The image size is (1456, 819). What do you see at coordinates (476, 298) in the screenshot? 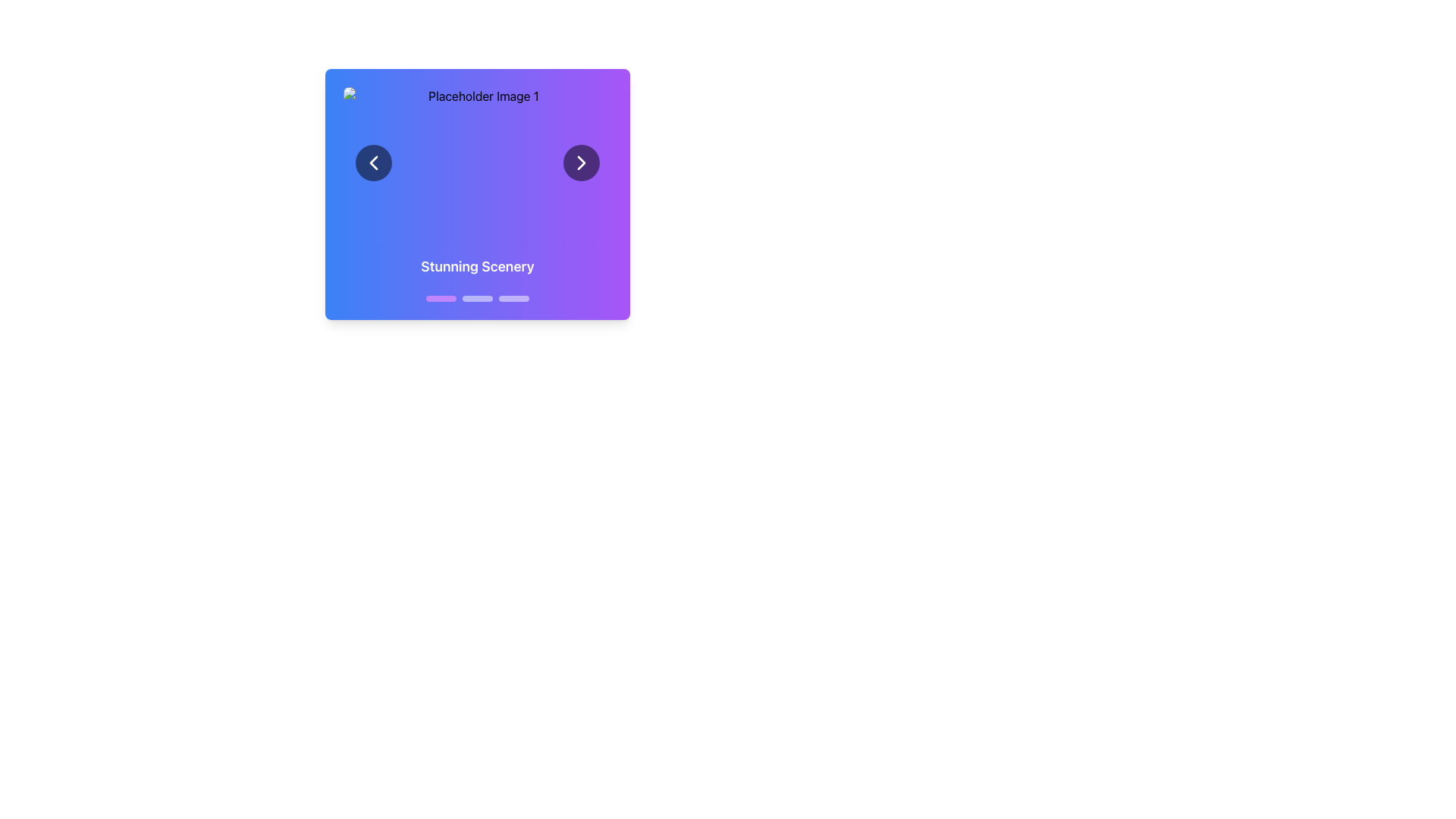
I see `the second oval pagination indicator located below the text 'Stunning Scenery'` at bounding box center [476, 298].